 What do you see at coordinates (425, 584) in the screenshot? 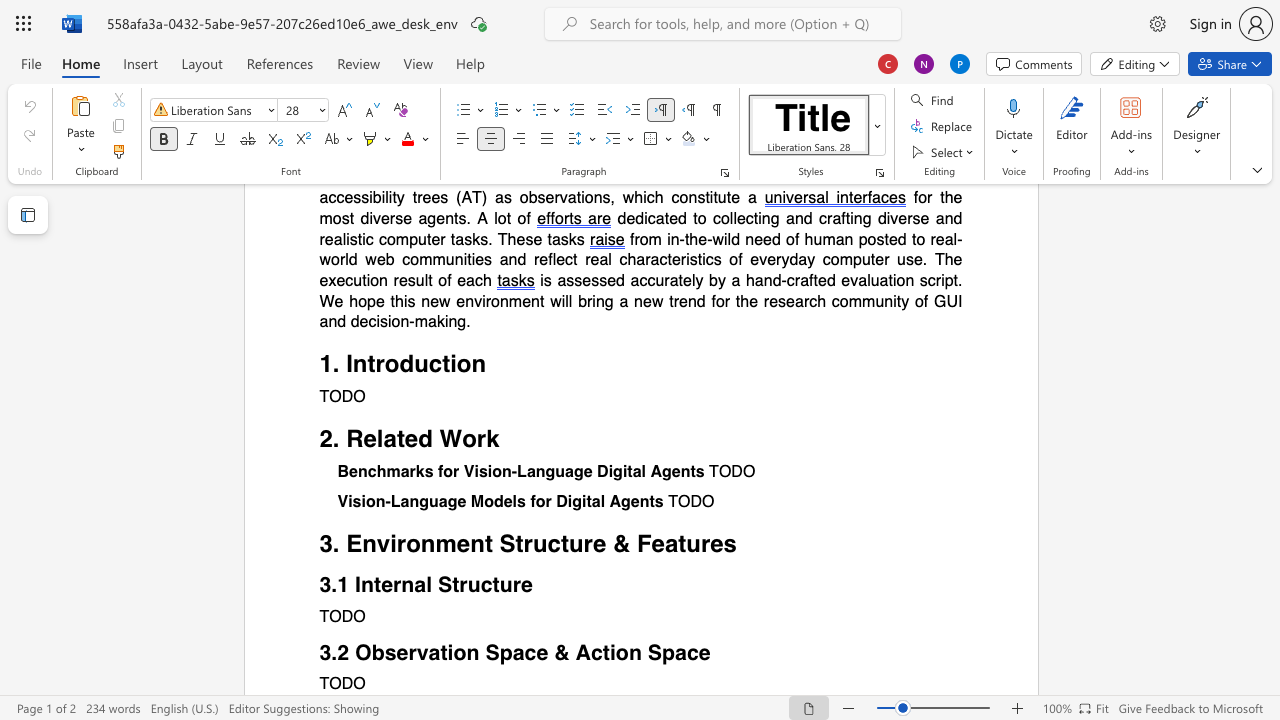
I see `the subset text "l Struct" within the text "3.1 Internal Structure"` at bounding box center [425, 584].